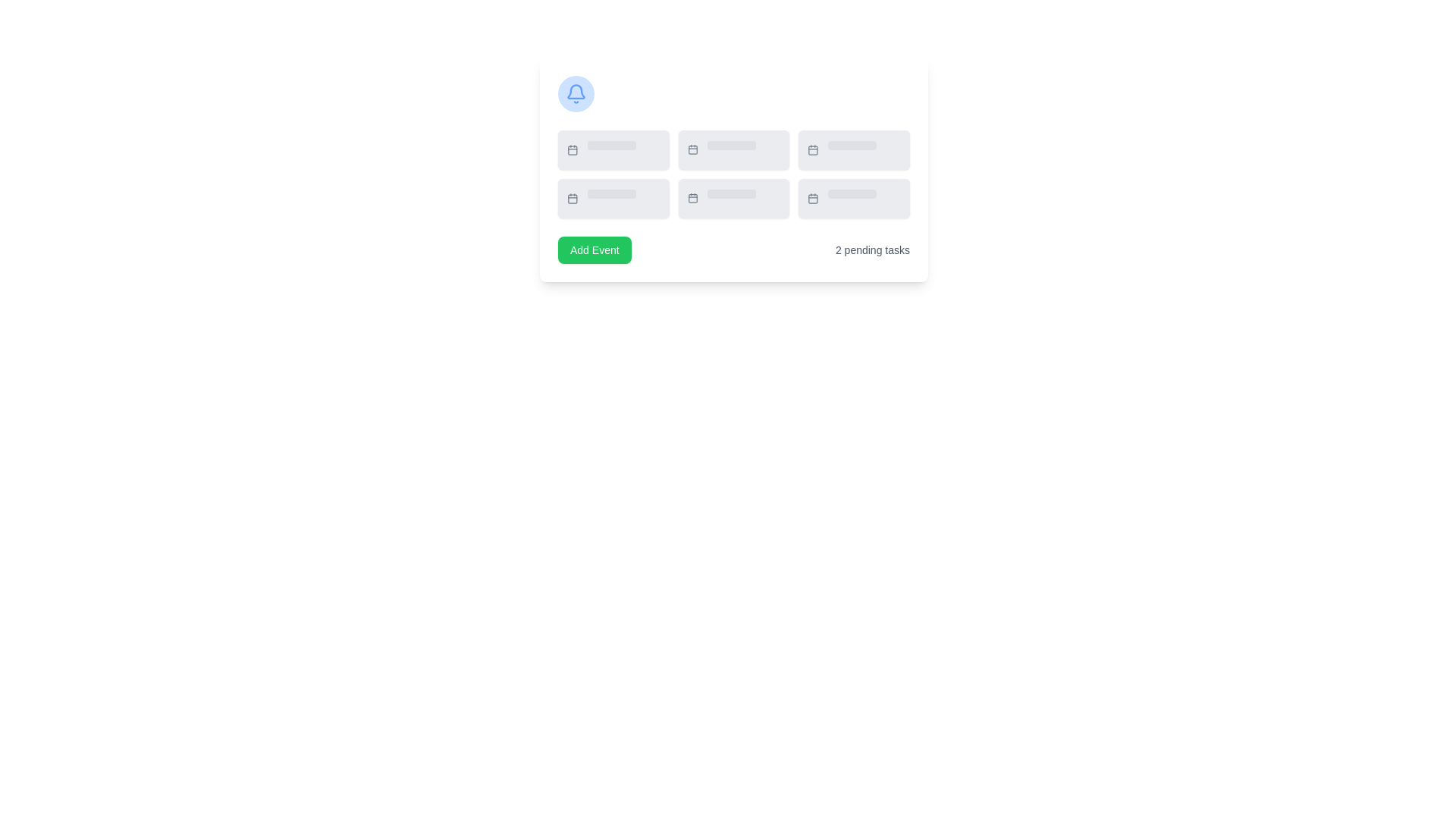  I want to click on the green rectangular button labeled 'Add Event' to initiate the process of adding an event, so click(594, 249).